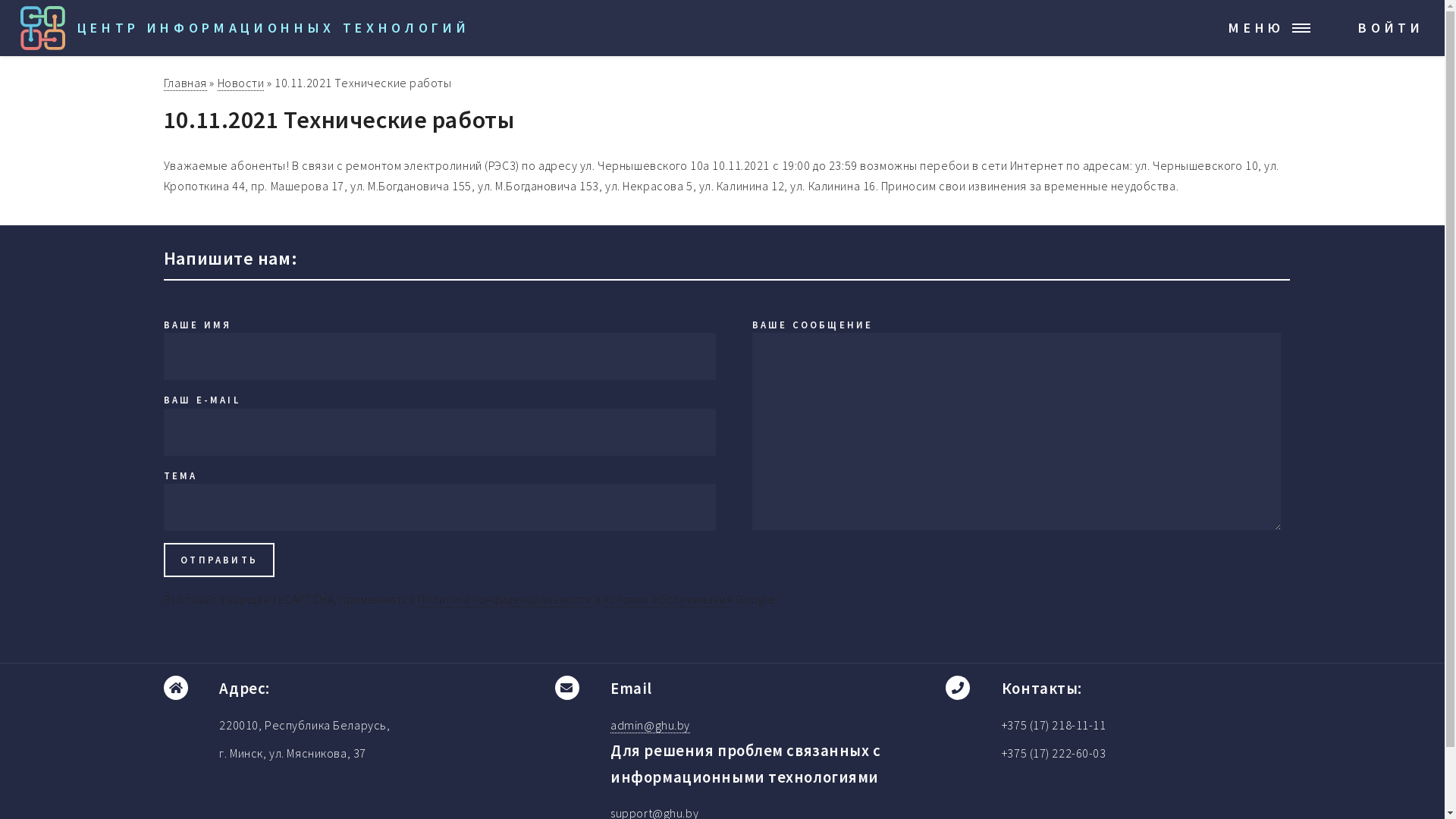  I want to click on 'admin@ghu.by', so click(650, 724).